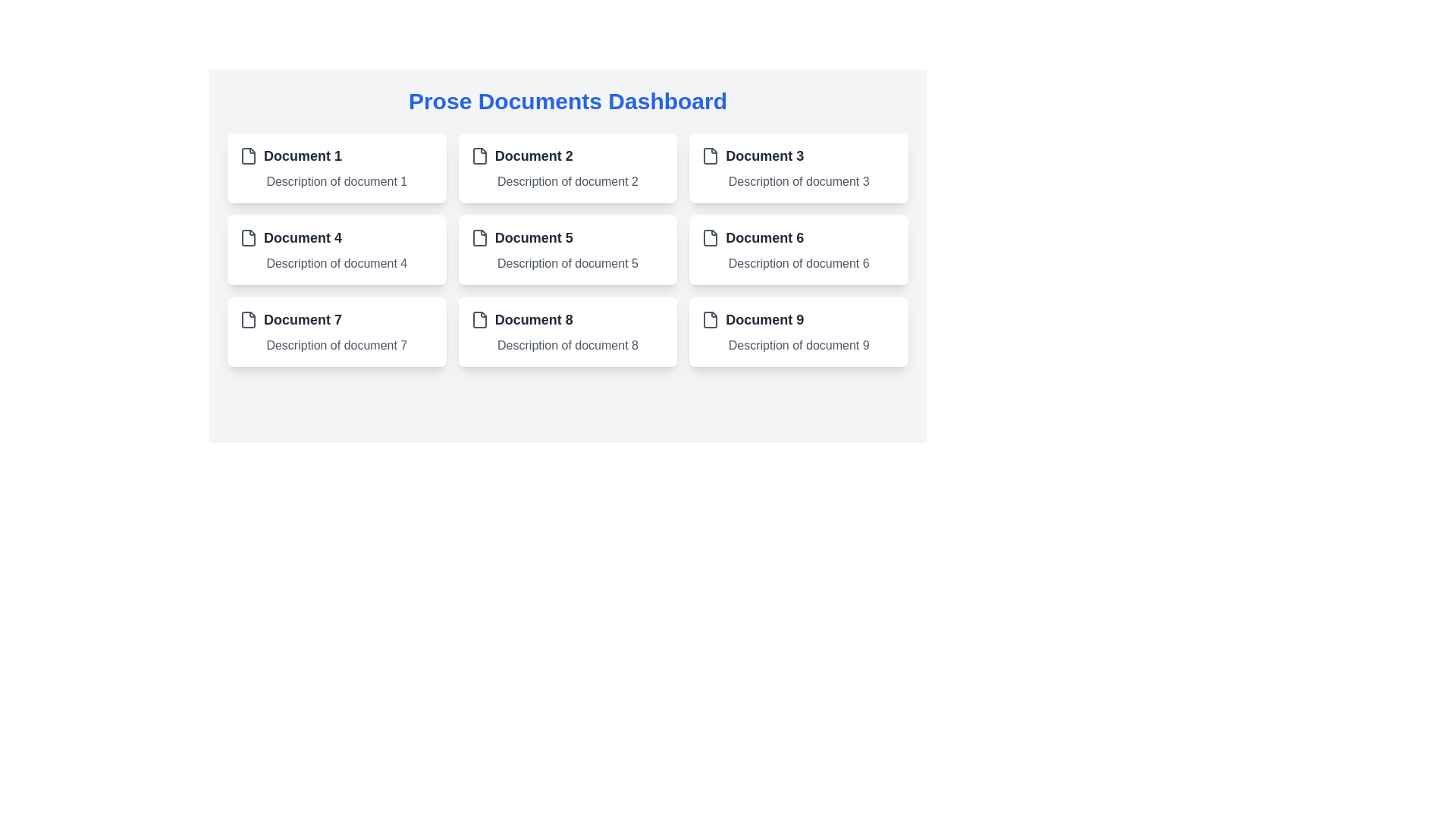 This screenshot has width=1456, height=819. What do you see at coordinates (798, 331) in the screenshot?
I see `the Informative card located` at bounding box center [798, 331].